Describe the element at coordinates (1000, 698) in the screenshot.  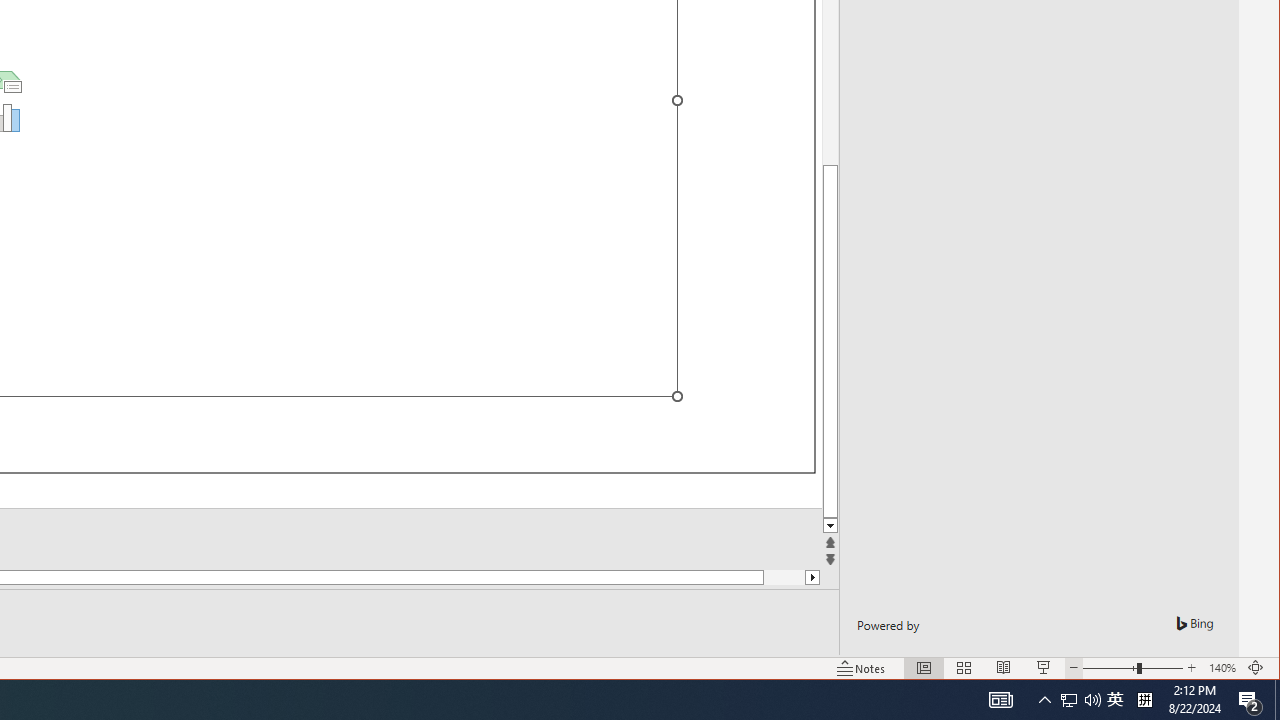
I see `'AutomationID: 4105'` at that location.